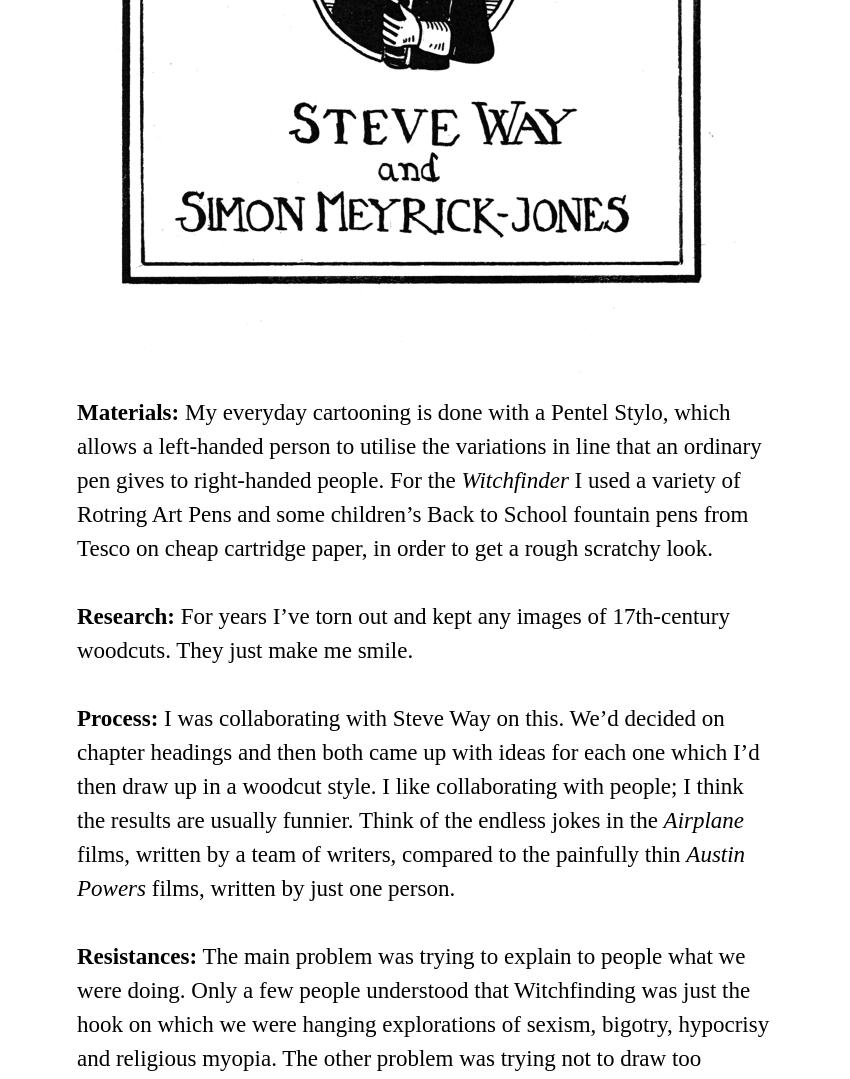 The width and height of the screenshot is (850, 1079). Describe the element at coordinates (460, 478) in the screenshot. I see `'Witchfinder'` at that location.